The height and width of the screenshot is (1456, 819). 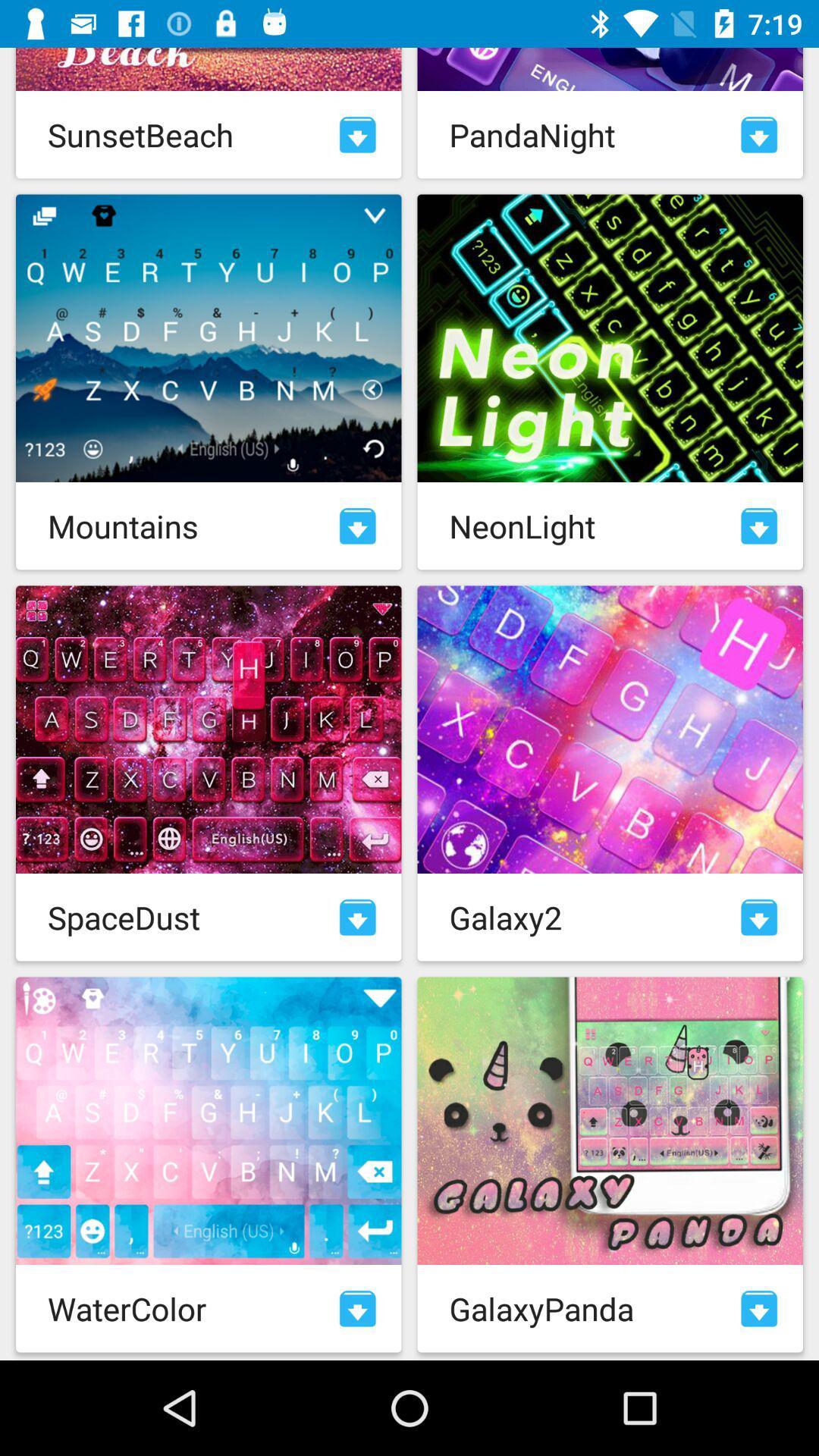 What do you see at coordinates (759, 134) in the screenshot?
I see `download selection` at bounding box center [759, 134].